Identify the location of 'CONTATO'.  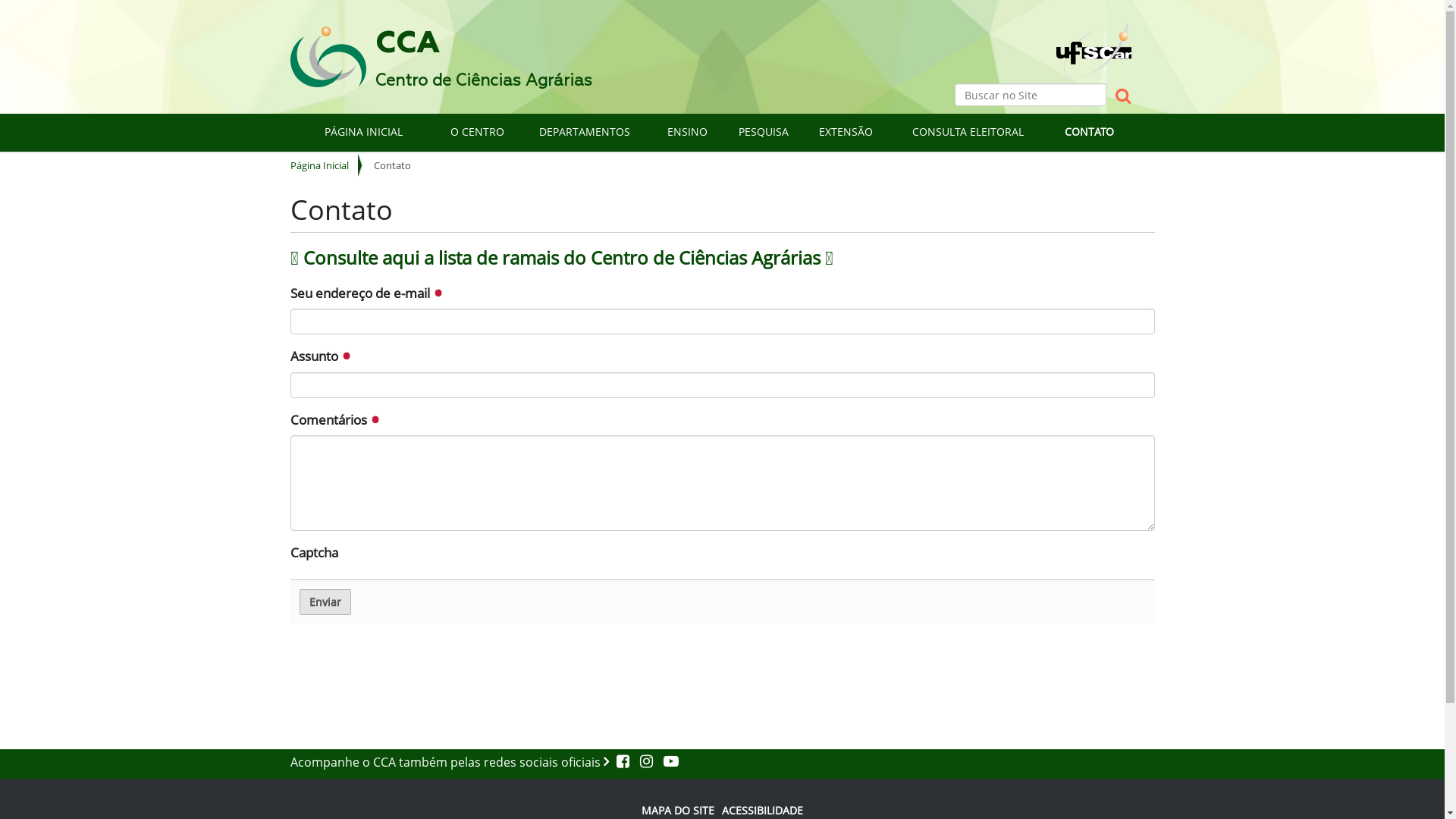
(1046, 130).